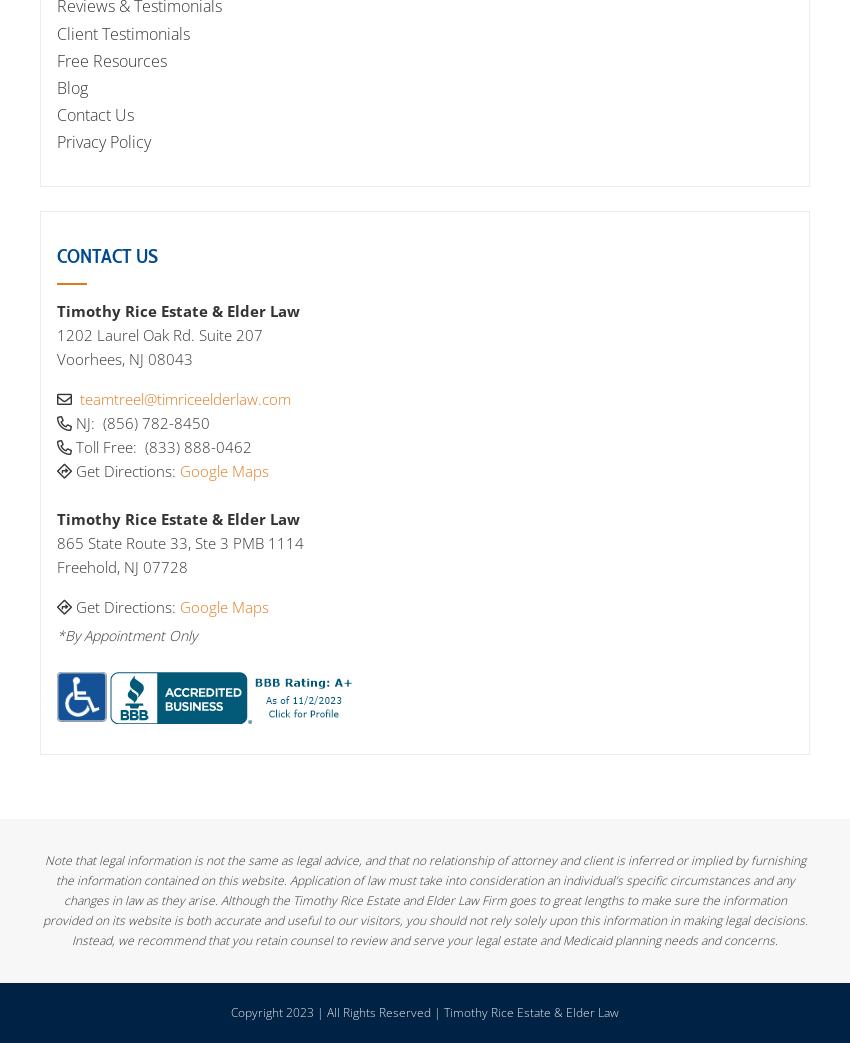  Describe the element at coordinates (184, 398) in the screenshot. I see `'teamtreel@timriceelderlaw.com'` at that location.